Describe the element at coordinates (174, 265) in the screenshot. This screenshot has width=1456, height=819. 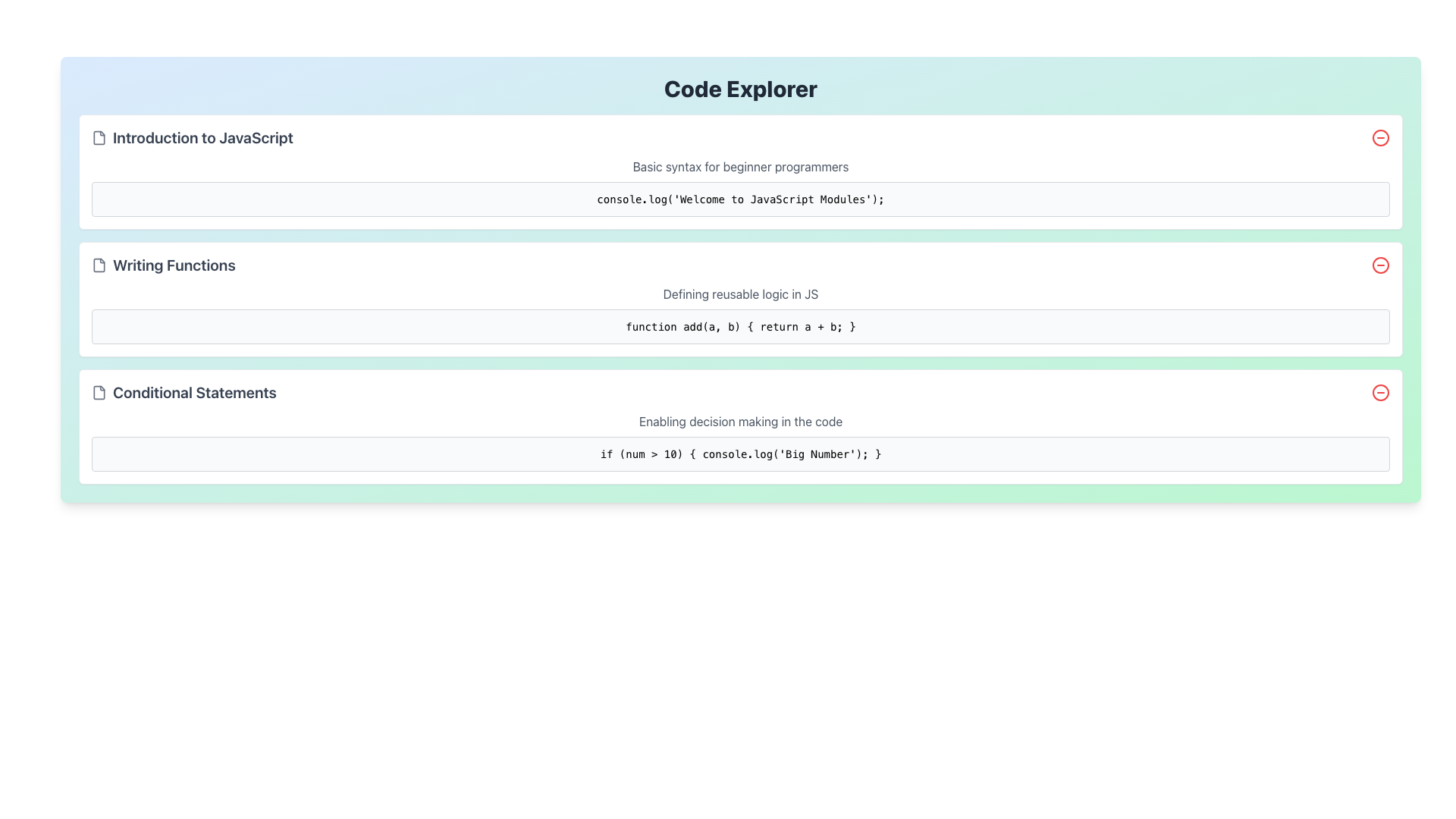
I see `the title of the second item in the 'Code Explorer', which is a Text Label indicating a topic related to writing functions` at that location.